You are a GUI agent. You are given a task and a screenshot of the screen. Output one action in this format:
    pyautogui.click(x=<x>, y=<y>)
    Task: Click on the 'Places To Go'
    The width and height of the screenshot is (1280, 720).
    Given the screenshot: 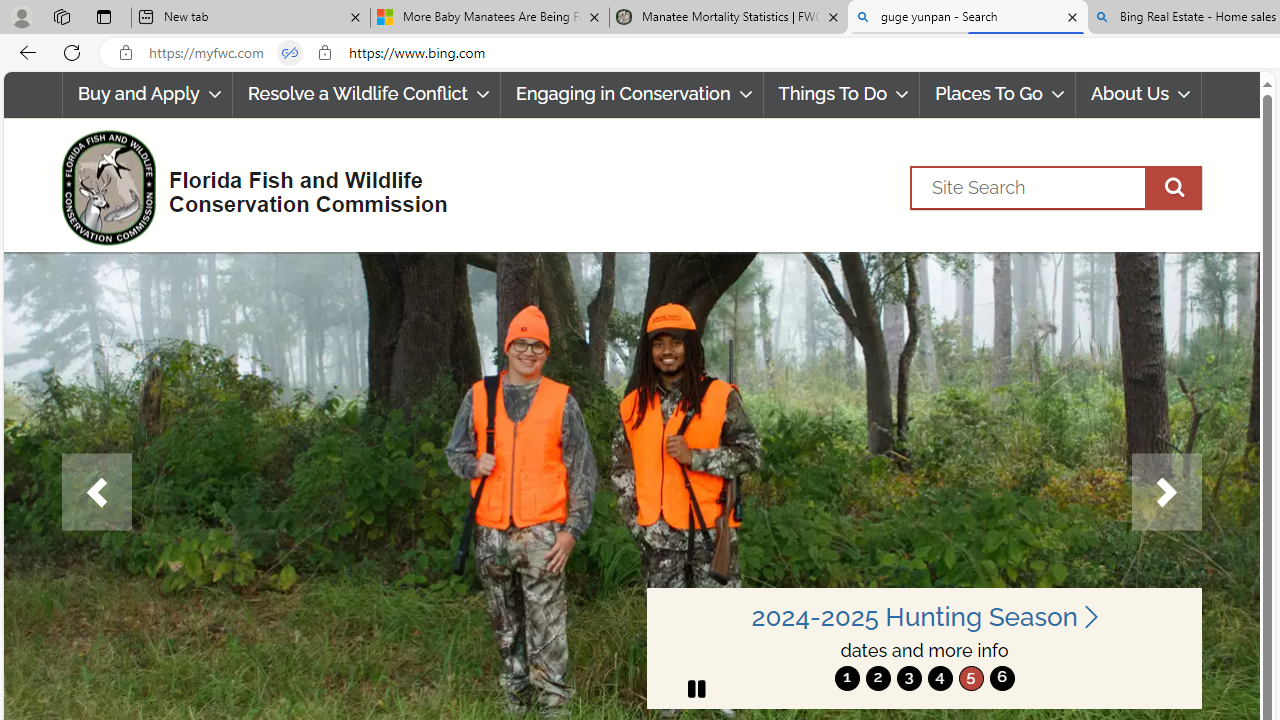 What is the action you would take?
    pyautogui.click(x=997, y=94)
    